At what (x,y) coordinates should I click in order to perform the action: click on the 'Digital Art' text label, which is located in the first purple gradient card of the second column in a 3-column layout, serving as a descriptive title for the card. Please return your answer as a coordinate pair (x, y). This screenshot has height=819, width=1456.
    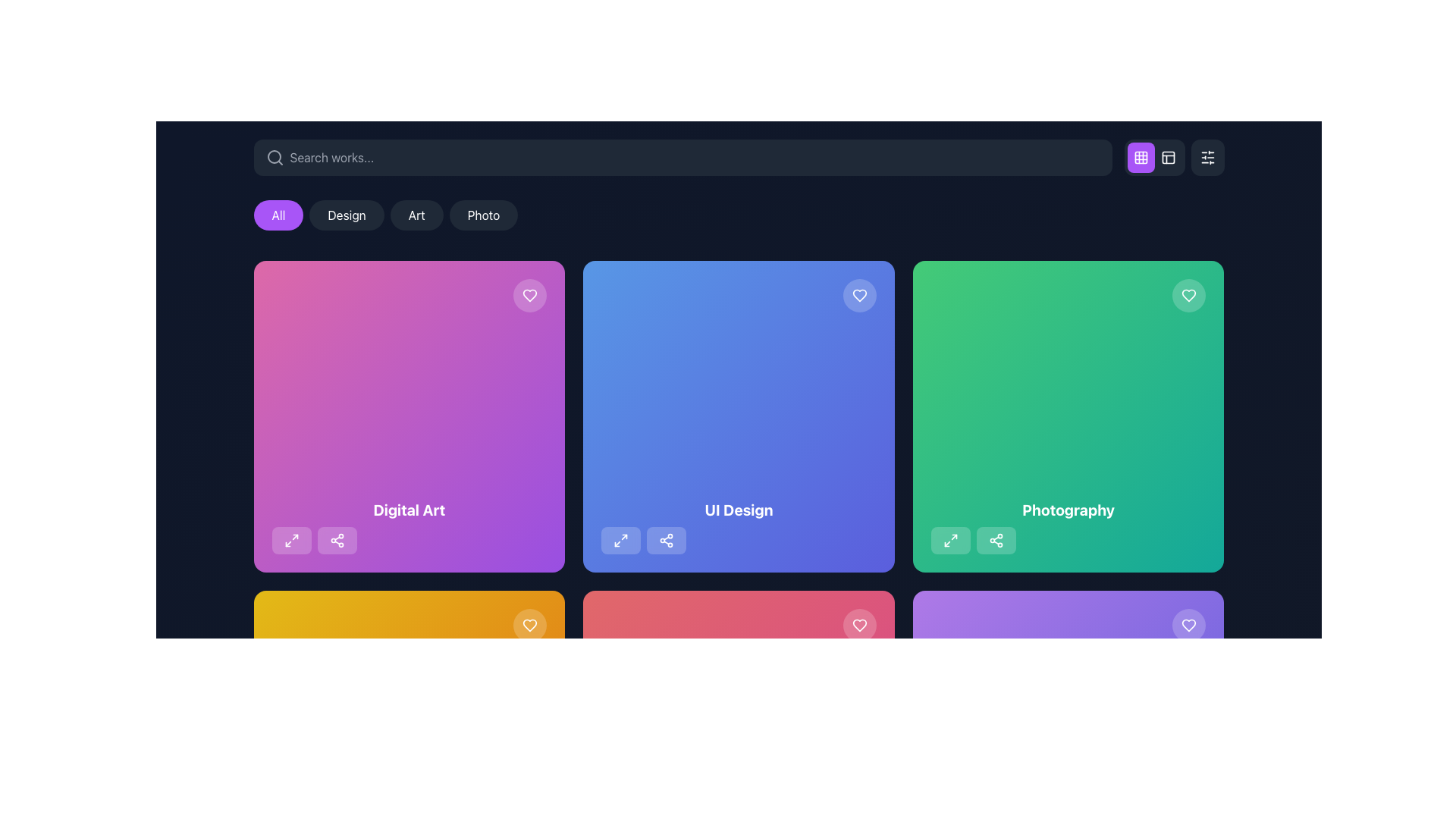
    Looking at the image, I should click on (409, 510).